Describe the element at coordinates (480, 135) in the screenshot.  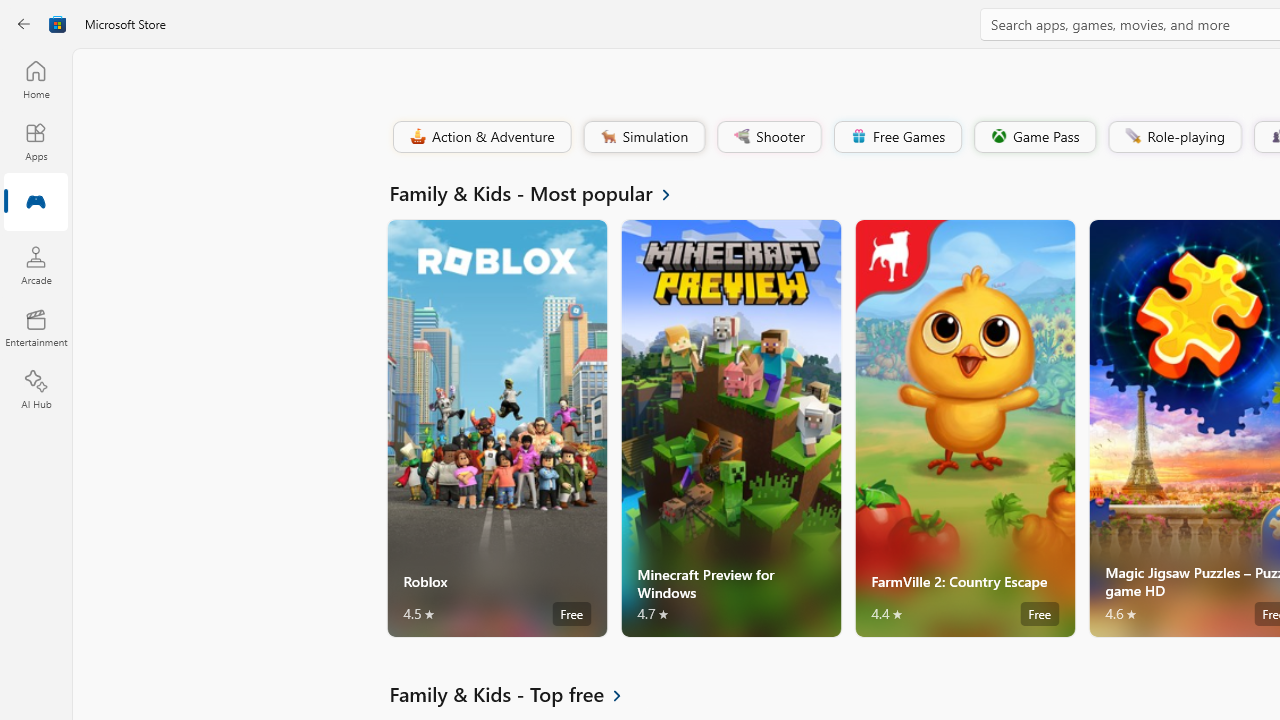
I see `'Action & Adventure'` at that location.